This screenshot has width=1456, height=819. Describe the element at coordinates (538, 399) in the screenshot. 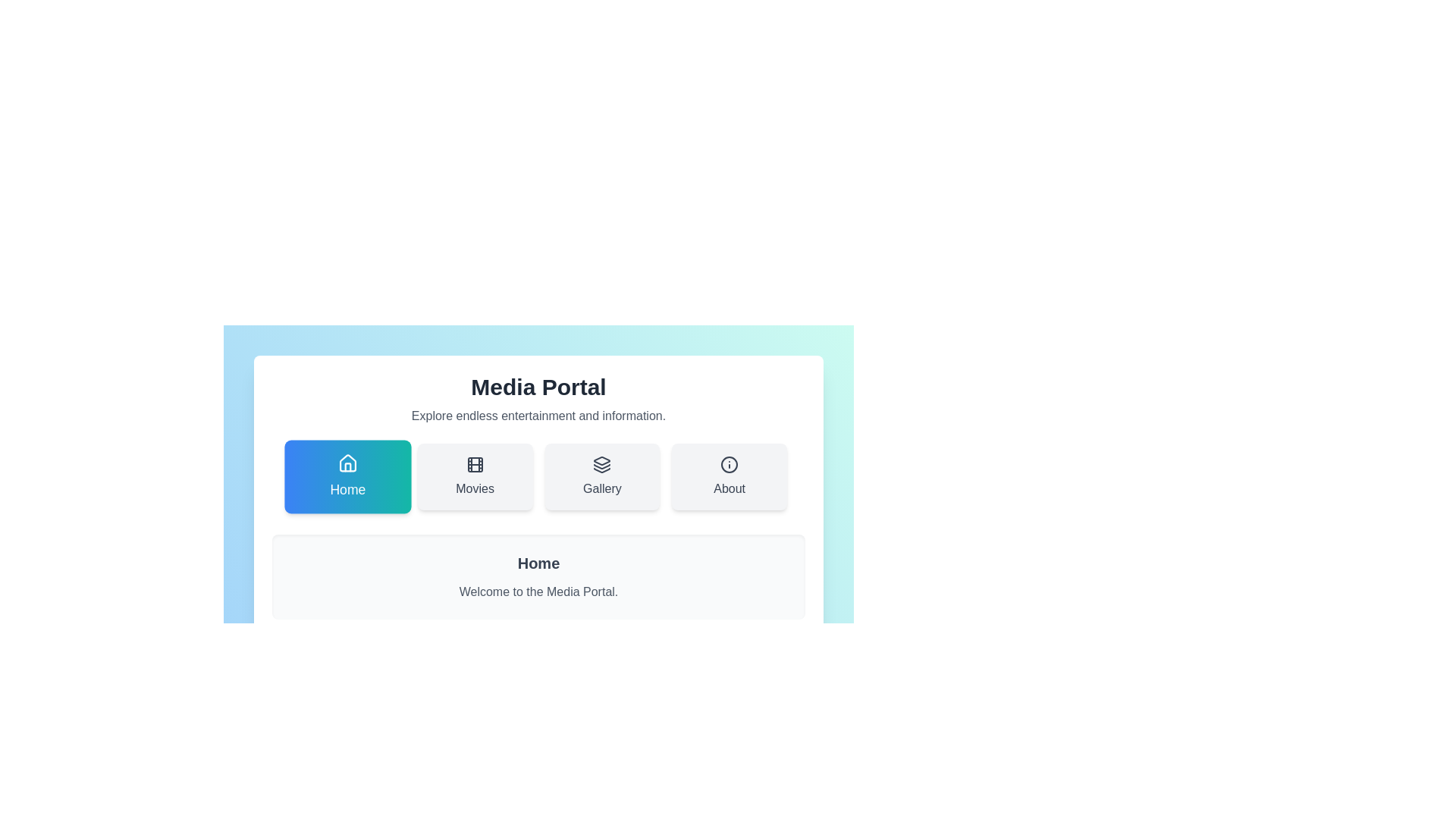

I see `static text element titled 'Media Portal' with the subtitle 'Explore endless entertainment and information.' located at the top-center of the card section` at that location.